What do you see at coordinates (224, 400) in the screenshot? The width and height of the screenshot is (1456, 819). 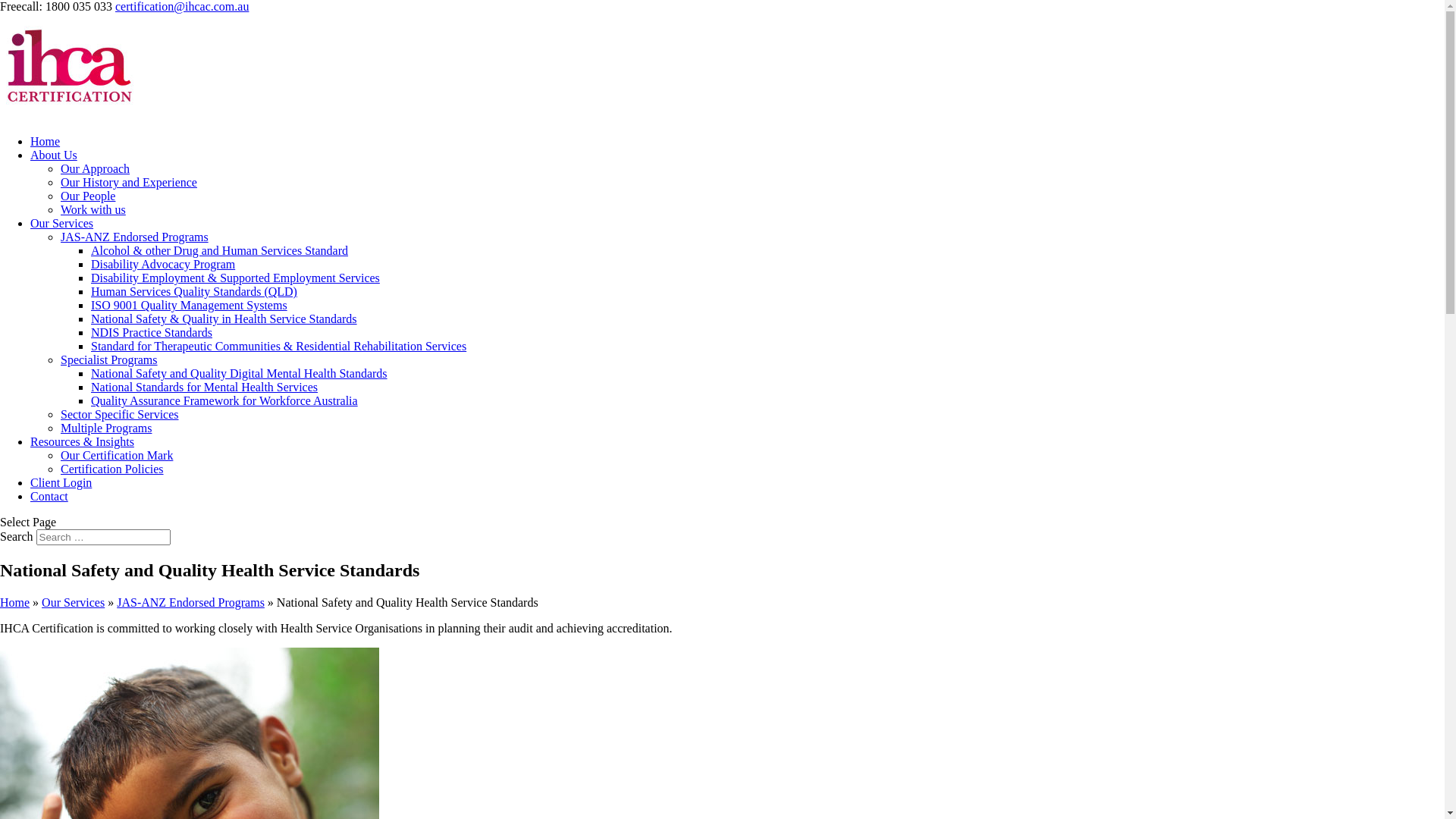 I see `'Quality Assurance Framework for Workforce Australia'` at bounding box center [224, 400].